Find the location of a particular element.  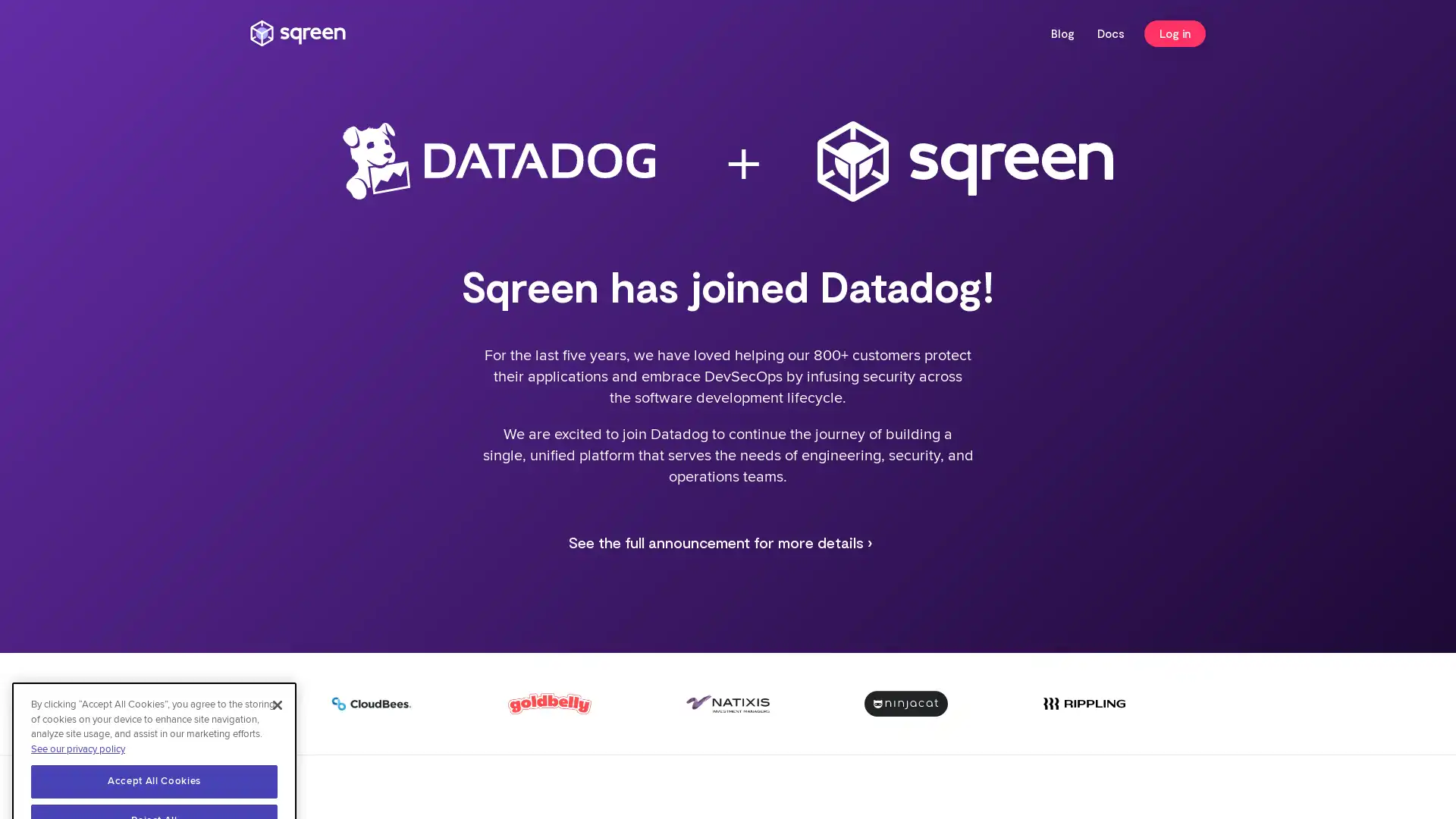

Close is located at coordinates (277, 645).